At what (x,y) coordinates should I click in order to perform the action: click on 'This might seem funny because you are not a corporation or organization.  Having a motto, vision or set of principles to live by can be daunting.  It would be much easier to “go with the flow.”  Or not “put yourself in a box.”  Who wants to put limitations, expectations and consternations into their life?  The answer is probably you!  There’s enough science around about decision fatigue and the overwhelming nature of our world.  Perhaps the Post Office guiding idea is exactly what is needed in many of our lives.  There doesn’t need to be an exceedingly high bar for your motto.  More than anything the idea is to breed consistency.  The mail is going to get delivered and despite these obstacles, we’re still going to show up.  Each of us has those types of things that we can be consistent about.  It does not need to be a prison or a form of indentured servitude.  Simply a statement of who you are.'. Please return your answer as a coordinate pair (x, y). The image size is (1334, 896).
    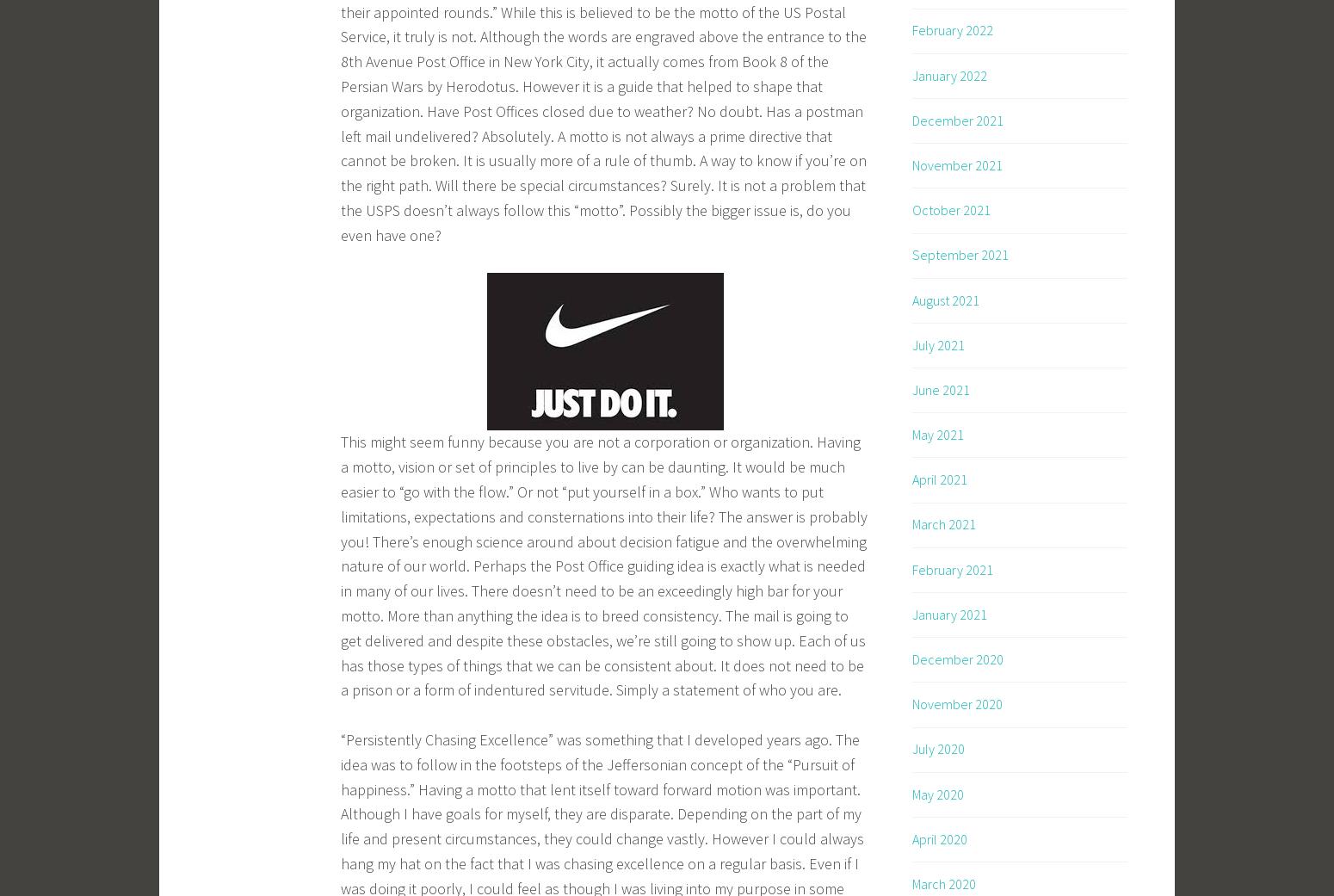
    Looking at the image, I should click on (603, 565).